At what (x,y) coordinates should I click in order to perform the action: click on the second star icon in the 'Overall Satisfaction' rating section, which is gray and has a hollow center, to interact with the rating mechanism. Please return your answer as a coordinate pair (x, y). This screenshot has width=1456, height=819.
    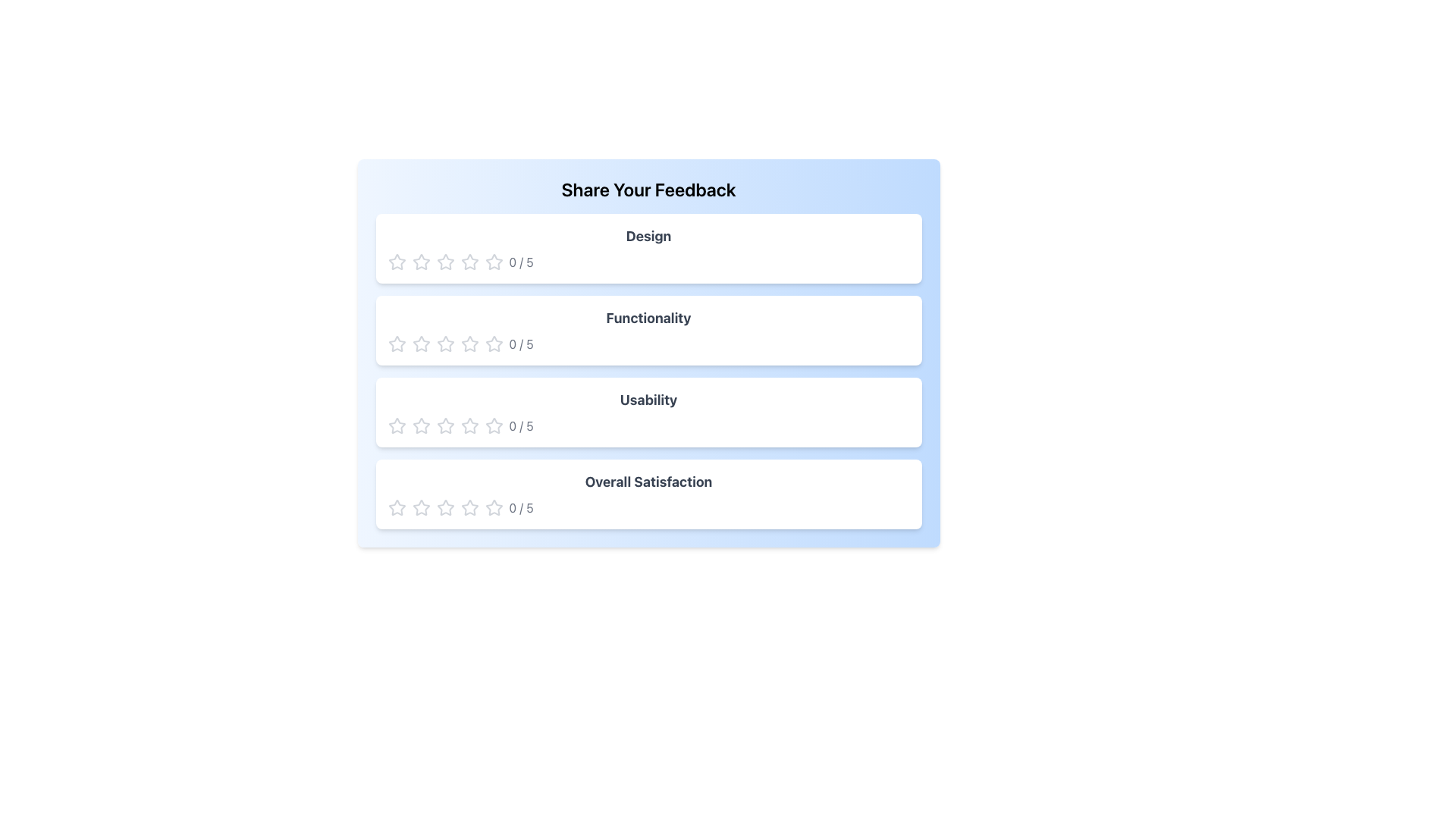
    Looking at the image, I should click on (421, 508).